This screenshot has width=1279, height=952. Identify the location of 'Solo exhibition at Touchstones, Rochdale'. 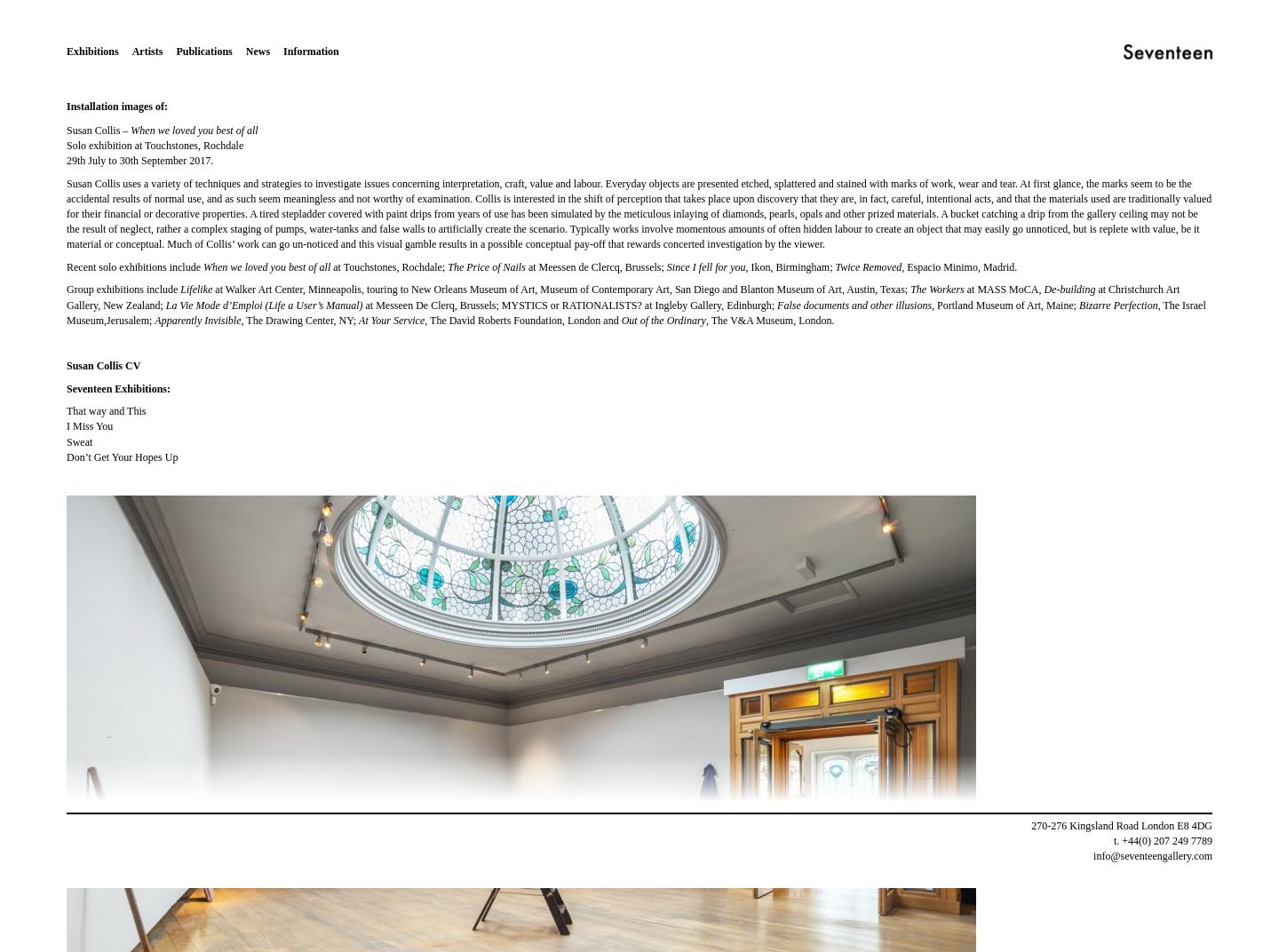
(154, 144).